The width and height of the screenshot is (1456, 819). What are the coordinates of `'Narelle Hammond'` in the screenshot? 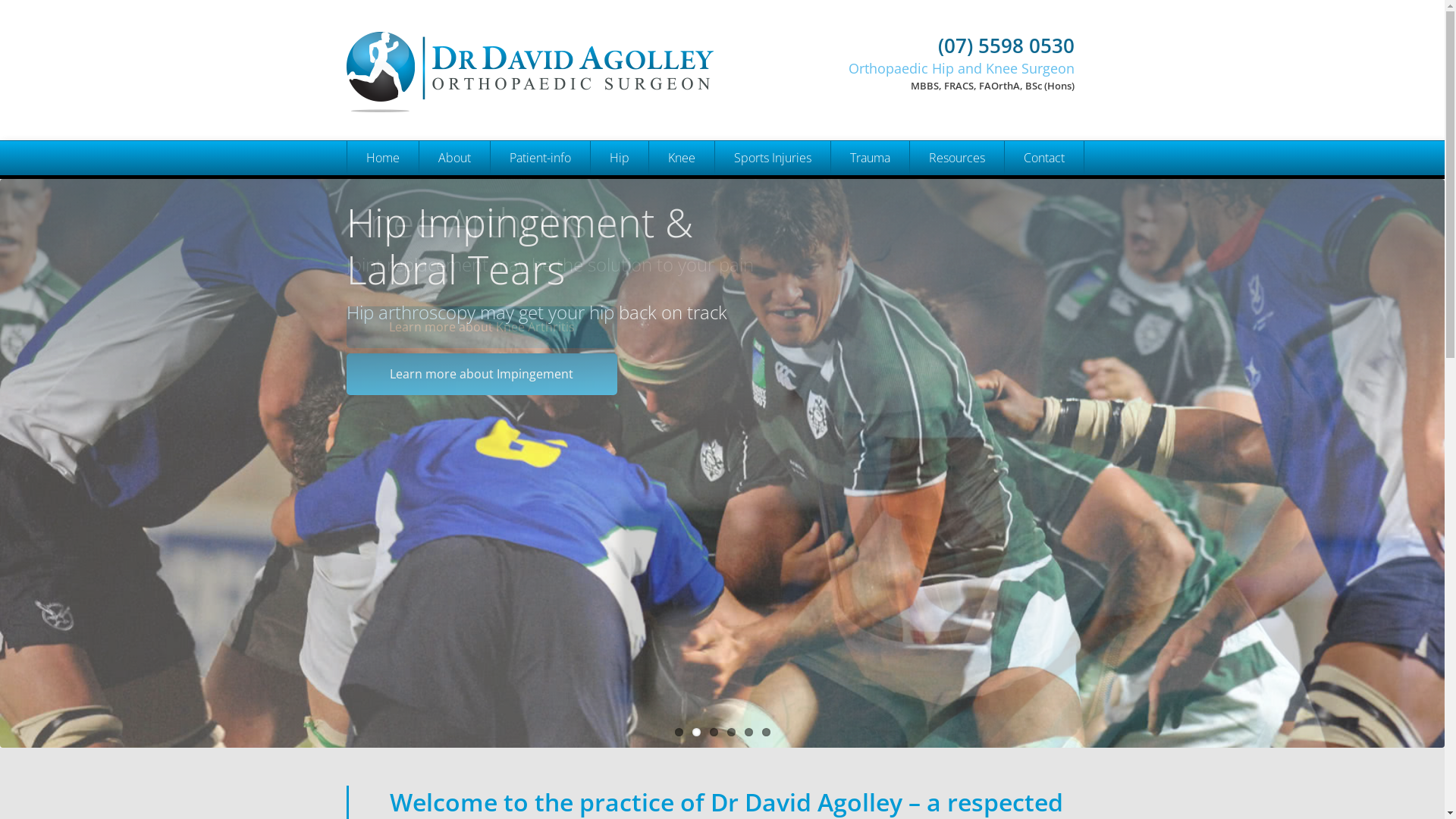 It's located at (453, 294).